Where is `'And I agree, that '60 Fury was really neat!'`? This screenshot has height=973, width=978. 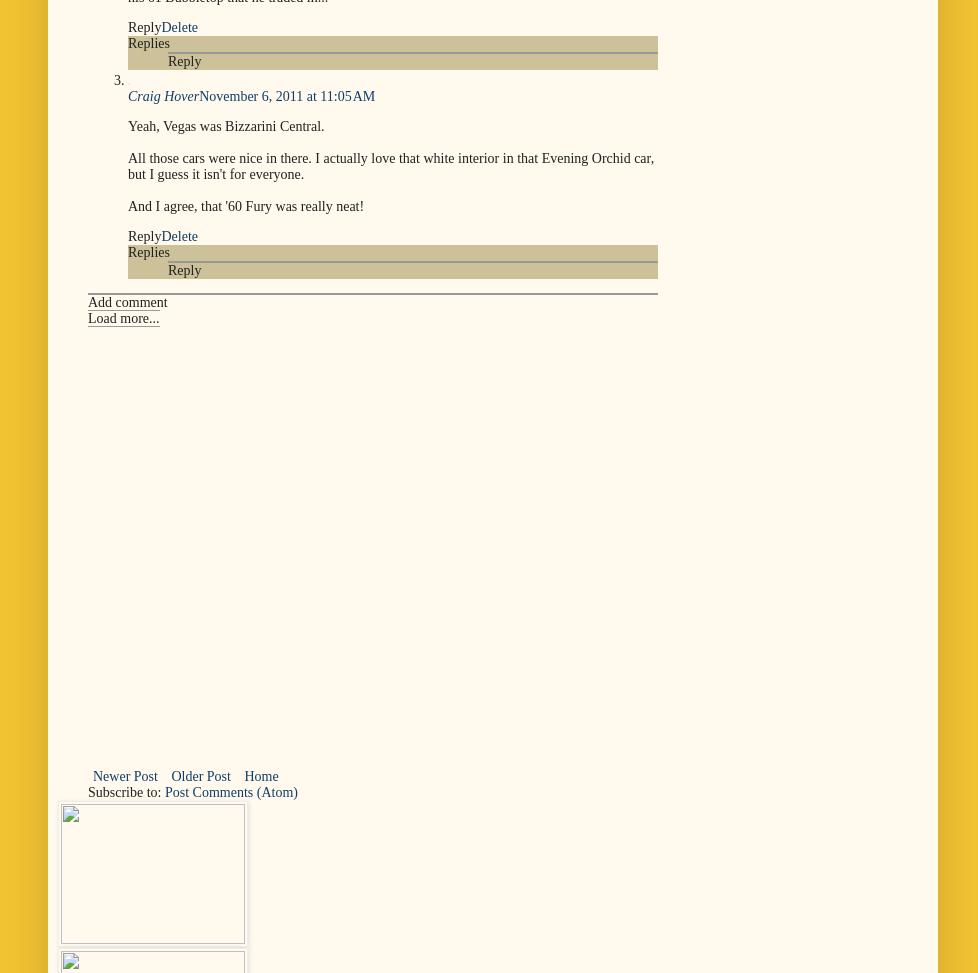
'And I agree, that '60 Fury was really neat!' is located at coordinates (244, 205).